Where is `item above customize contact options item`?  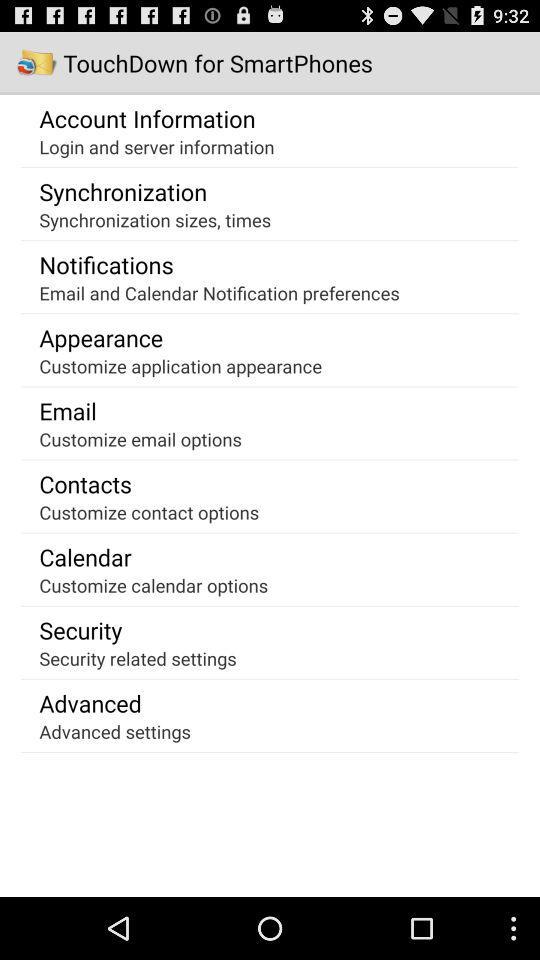 item above customize contact options item is located at coordinates (84, 482).